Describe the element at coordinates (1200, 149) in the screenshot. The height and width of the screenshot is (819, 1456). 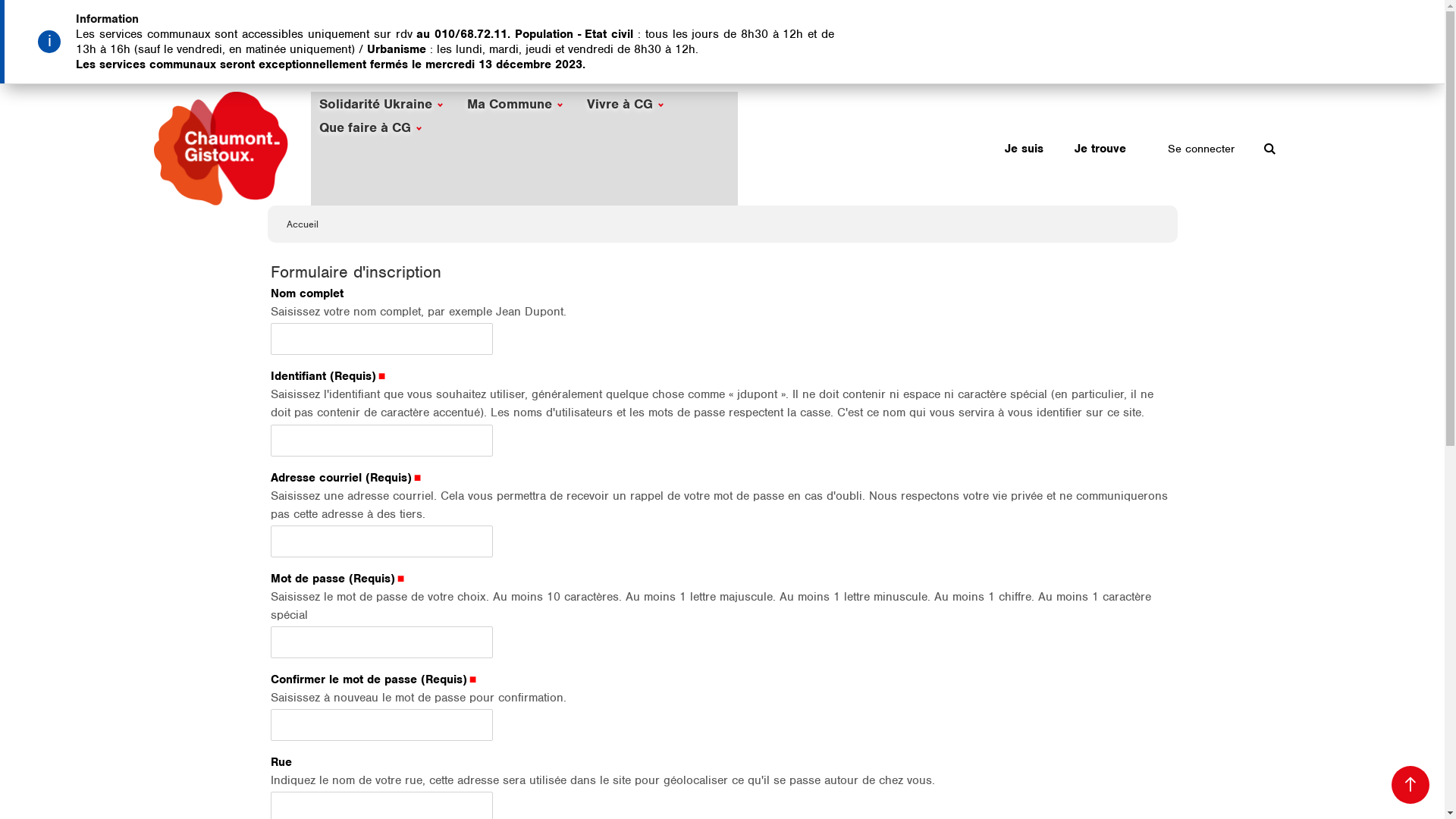
I see `'Se connecter'` at that location.